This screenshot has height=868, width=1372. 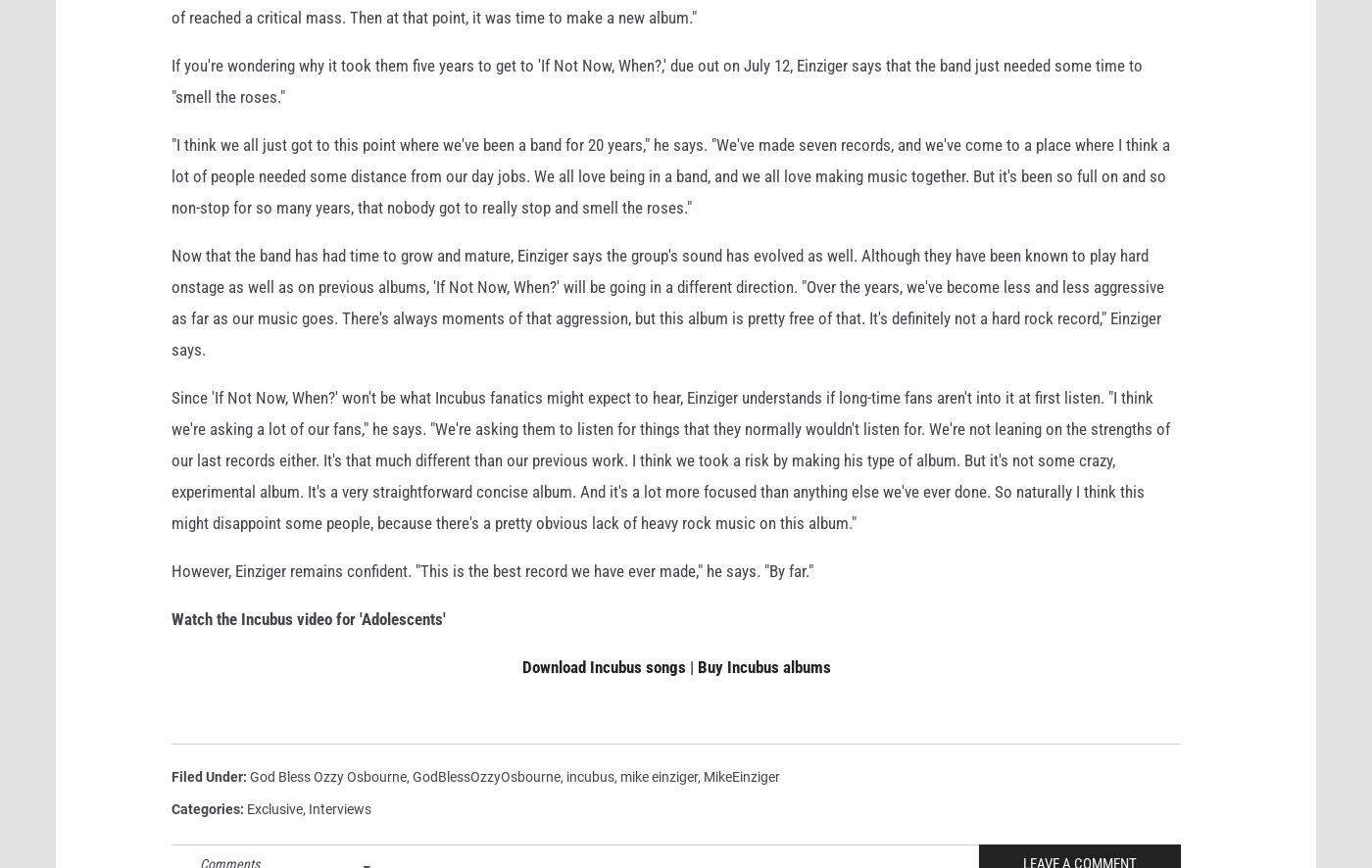 What do you see at coordinates (309, 650) in the screenshot?
I see `'Watch the Incubus video for 'Adolescents''` at bounding box center [309, 650].